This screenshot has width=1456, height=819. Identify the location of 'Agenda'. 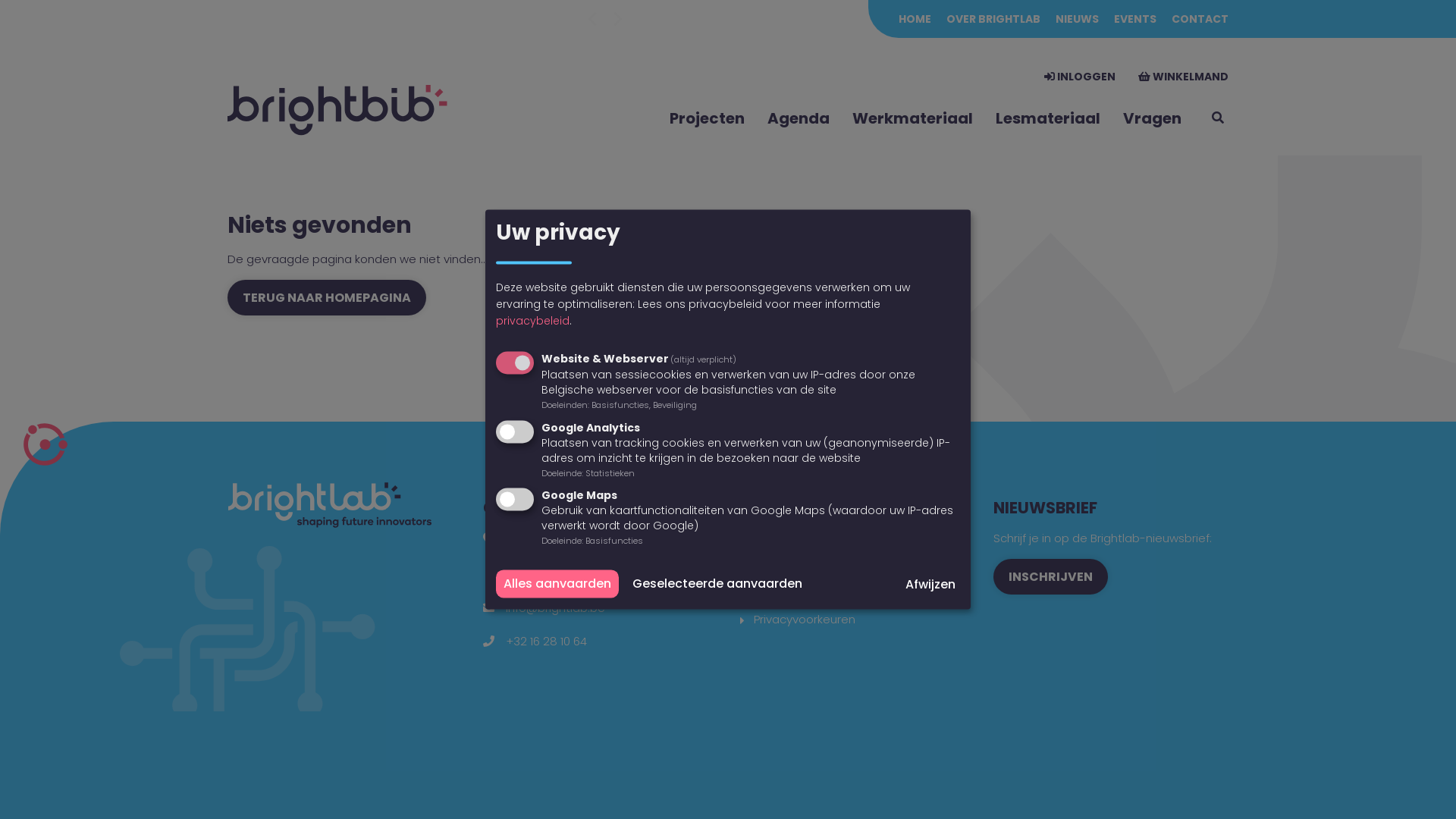
(767, 117).